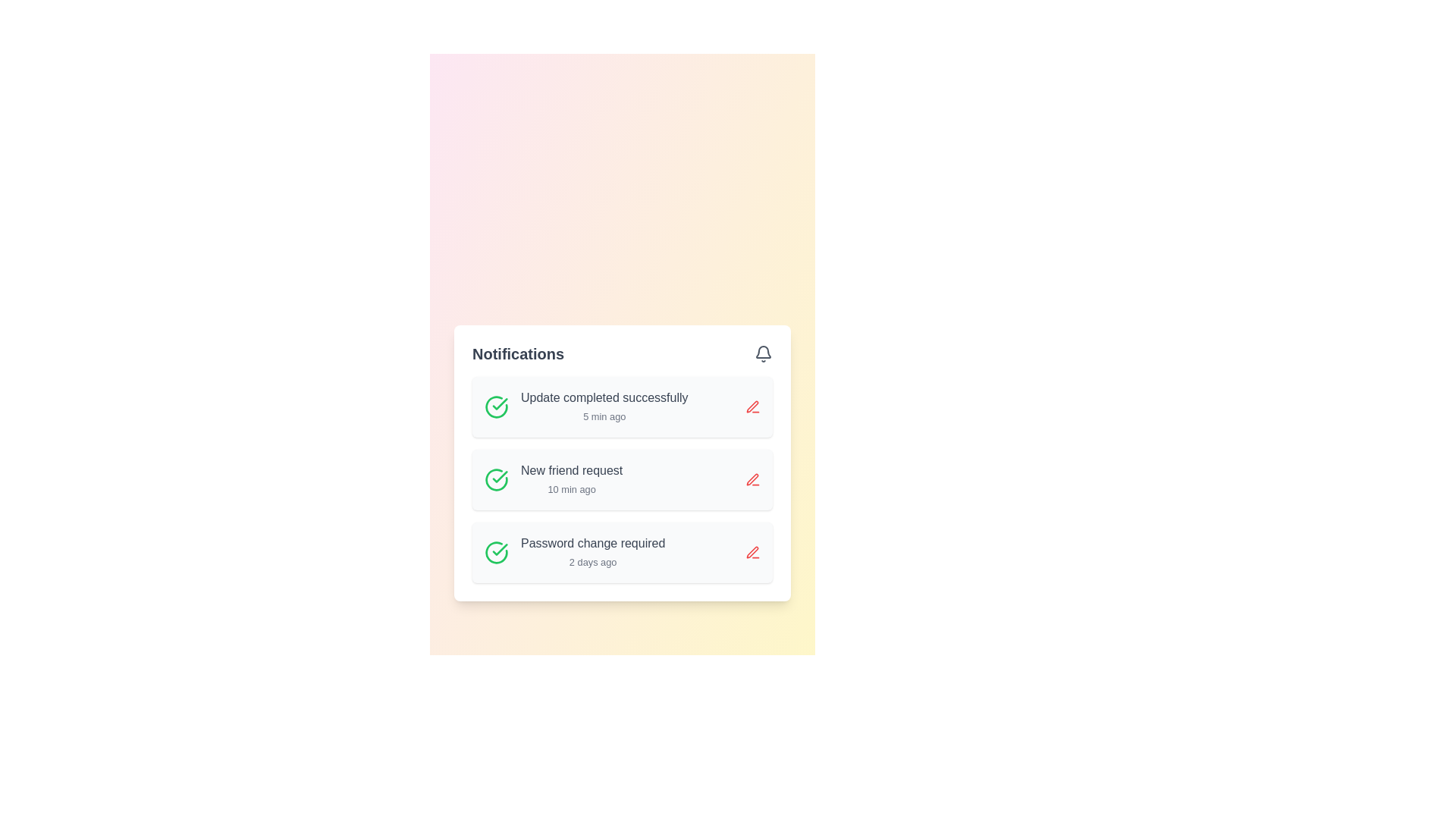 The width and height of the screenshot is (1456, 819). I want to click on the static text that indicates an update has been completed successfully, located in the 'Notifications' section, above the timestamp '5 min ago', so click(604, 397).